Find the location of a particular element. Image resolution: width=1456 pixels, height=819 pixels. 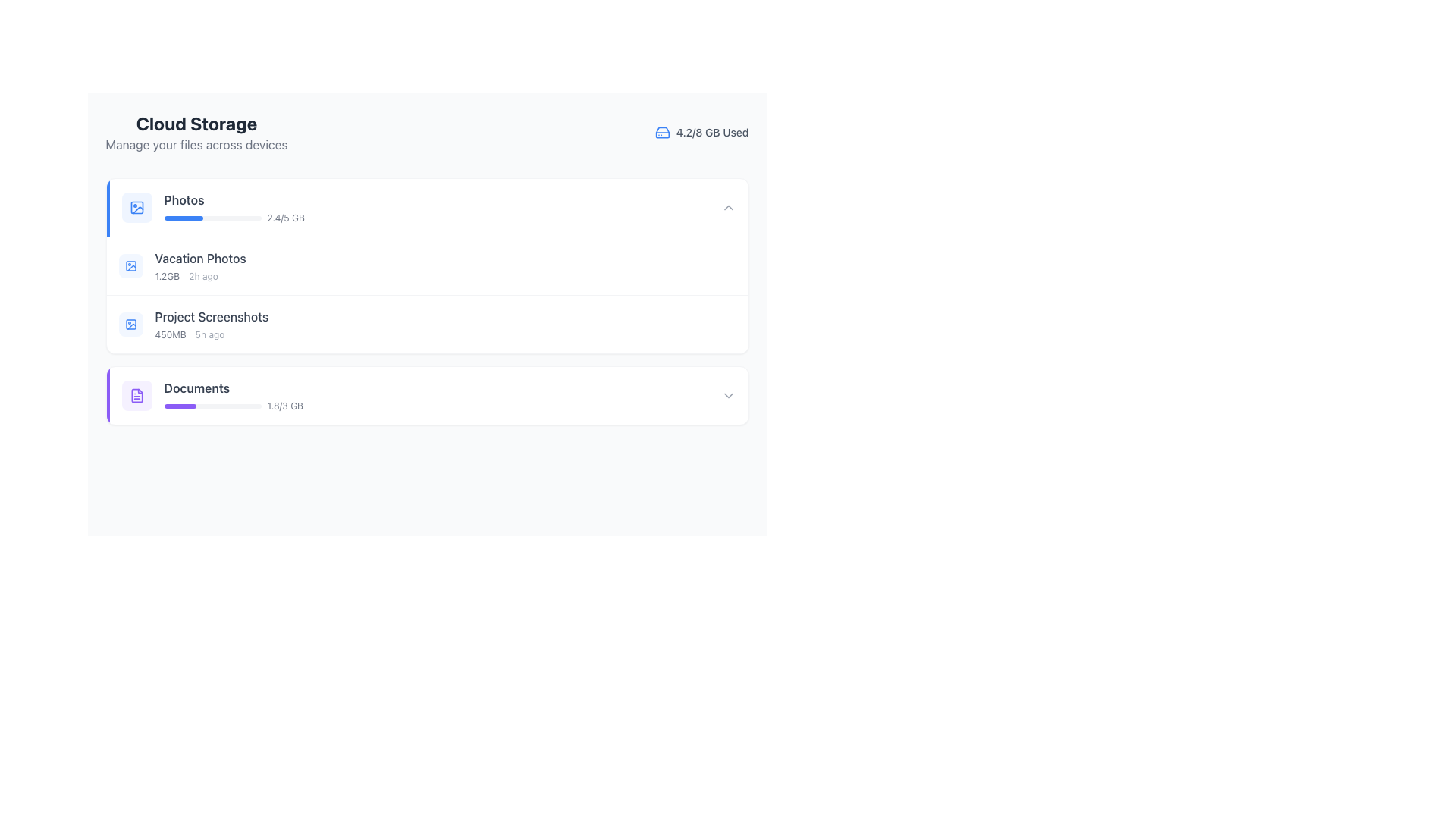

to select the file named 'Vacation Photos' located in the second row of the file list within the 'Cloud Storage' section is located at coordinates (182, 265).